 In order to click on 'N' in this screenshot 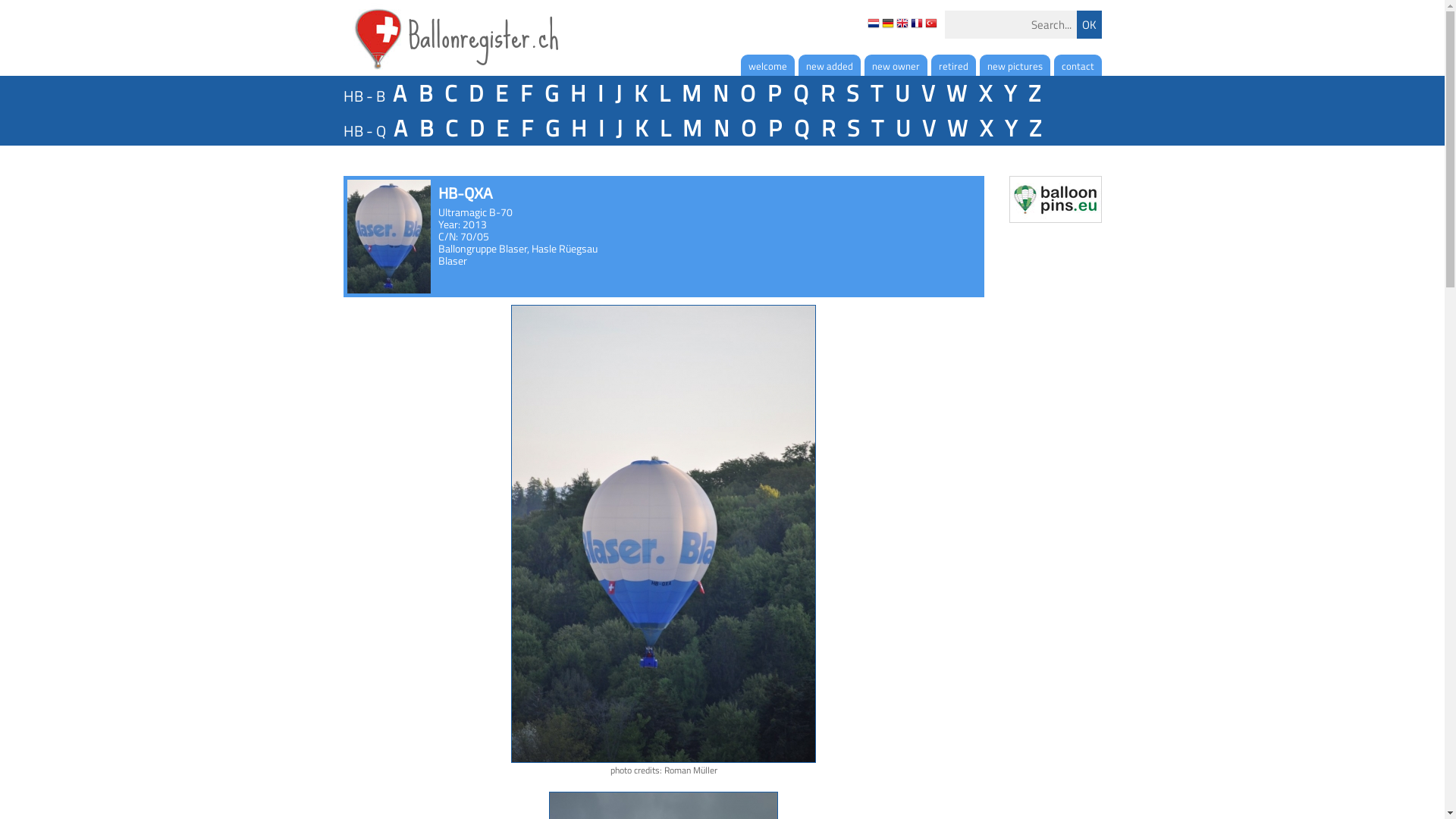, I will do `click(720, 93)`.